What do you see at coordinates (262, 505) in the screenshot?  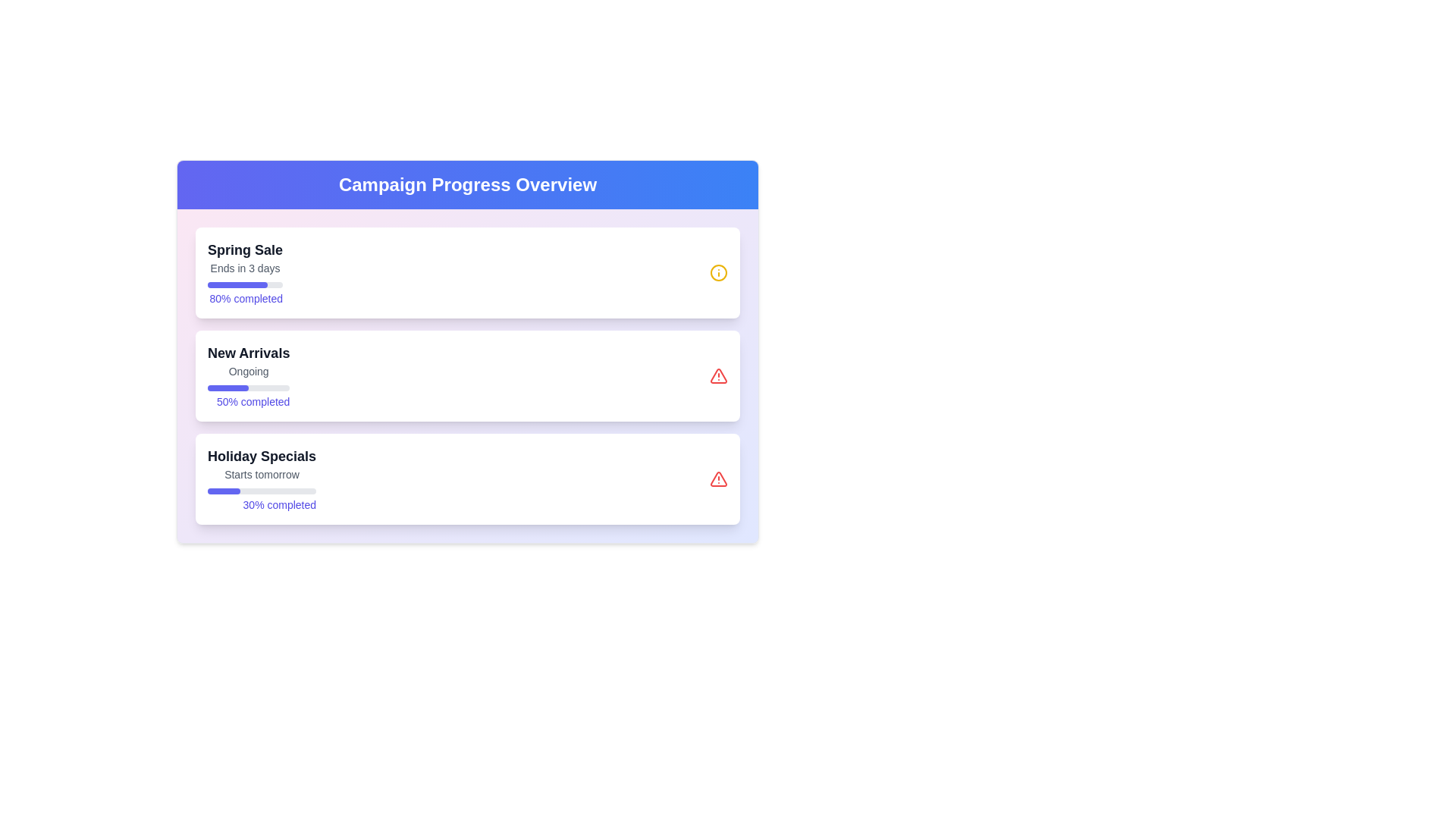 I see `the Text Label displaying '30% completed', which is located at the bottom-right side under the progress bar in the 'Holiday Specials' section` at bounding box center [262, 505].